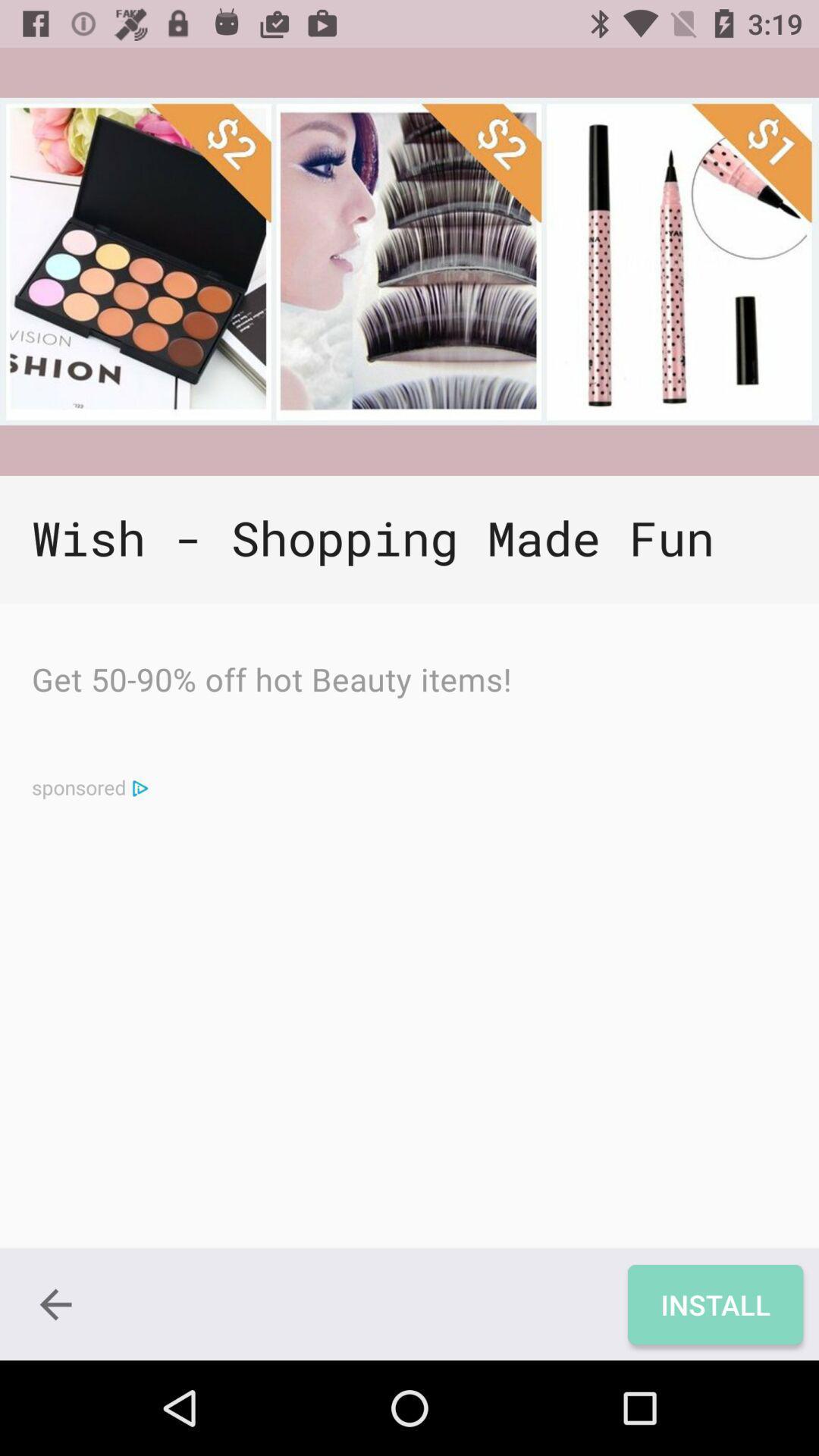  What do you see at coordinates (55, 1304) in the screenshot?
I see `icon to the left of install` at bounding box center [55, 1304].